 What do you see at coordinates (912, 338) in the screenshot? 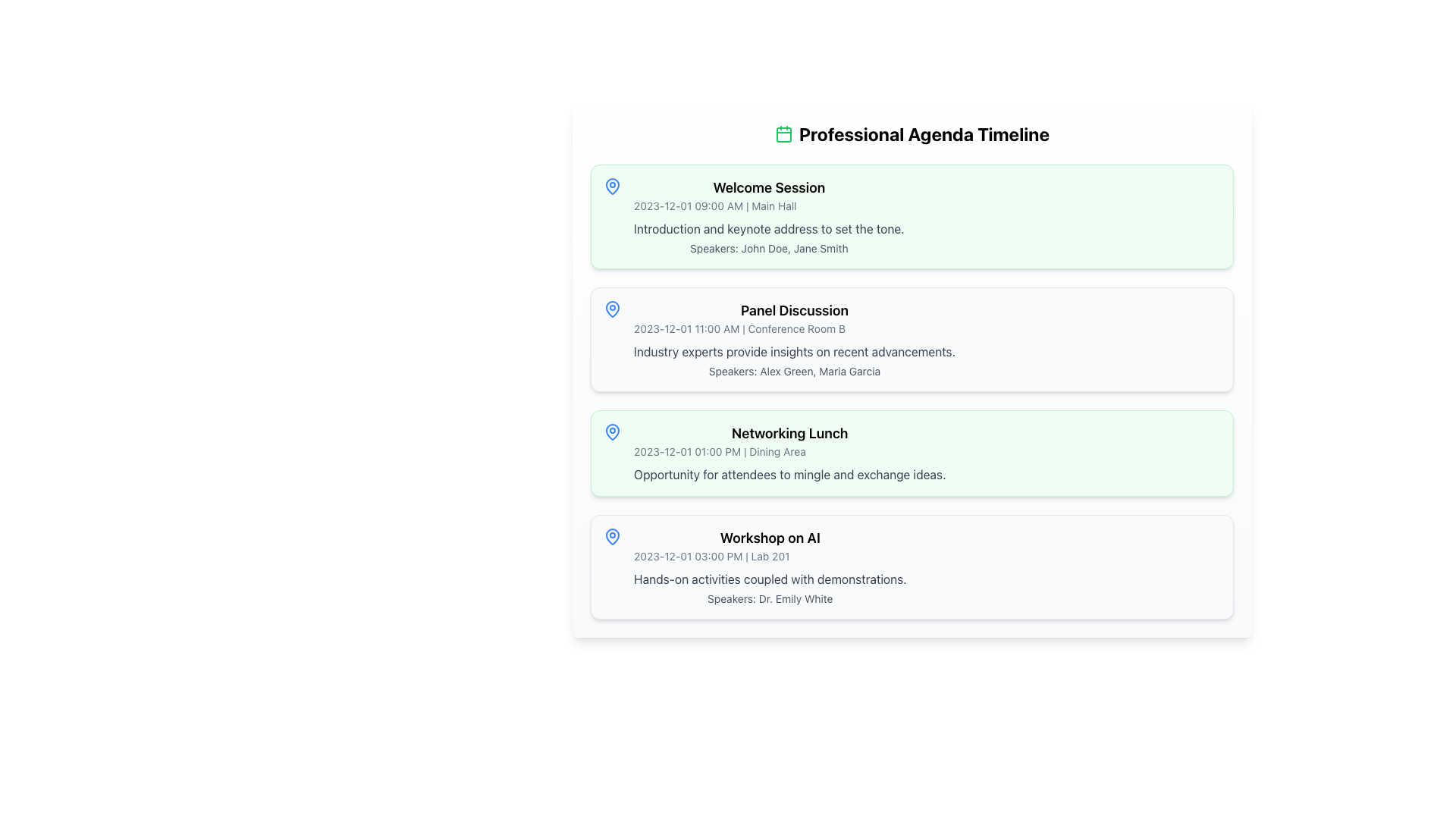
I see `details within the Informational Card for the 'Panel Discussion' event, which is the second card in the agenda list, located below the 'Welcome Session' and above the 'Networking Lunch'` at bounding box center [912, 338].